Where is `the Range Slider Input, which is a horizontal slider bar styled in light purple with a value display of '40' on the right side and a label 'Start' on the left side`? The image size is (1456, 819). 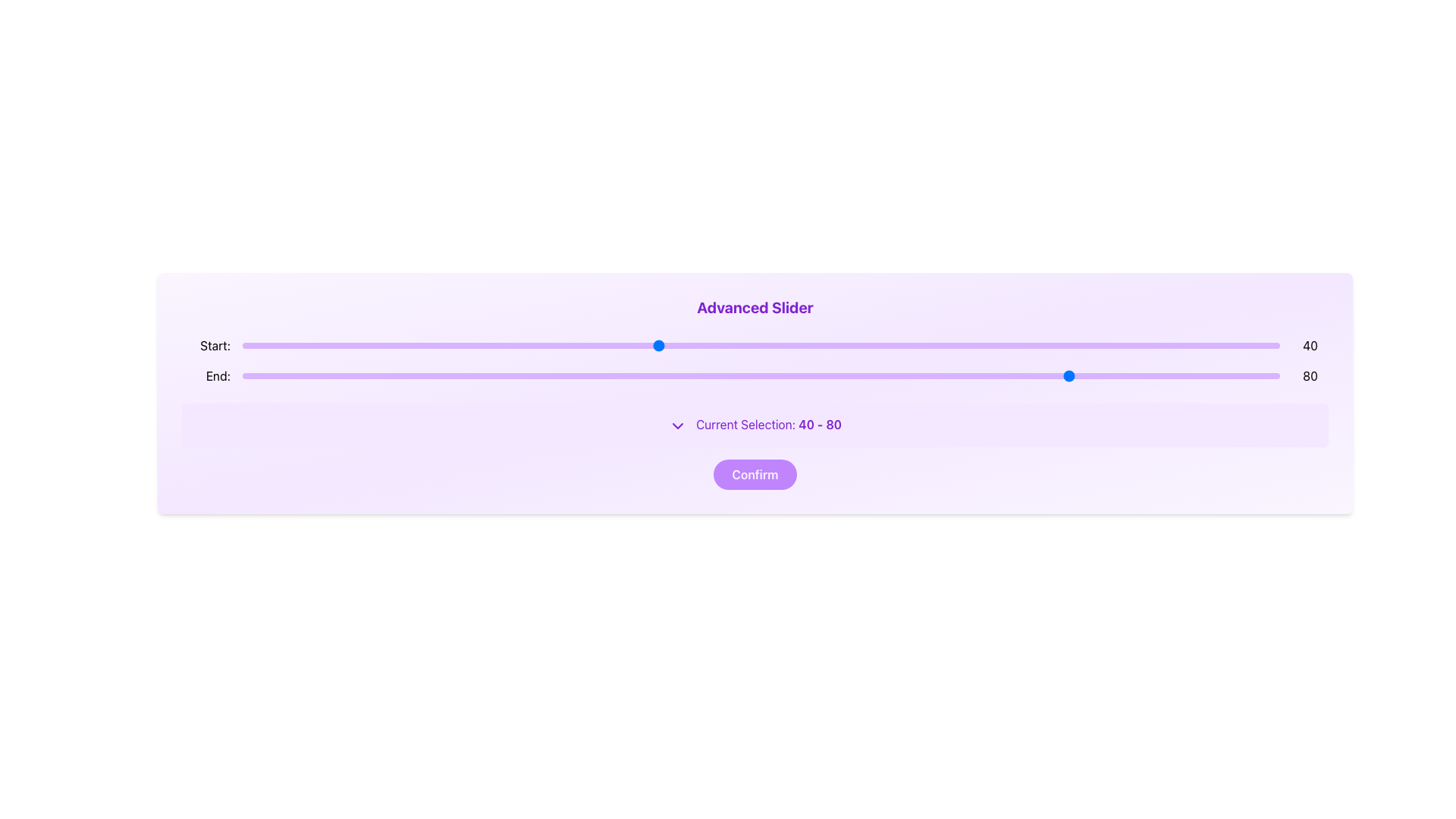
the Range Slider Input, which is a horizontal slider bar styled in light purple with a value display of '40' on the right side and a label 'Start' on the left side is located at coordinates (755, 345).